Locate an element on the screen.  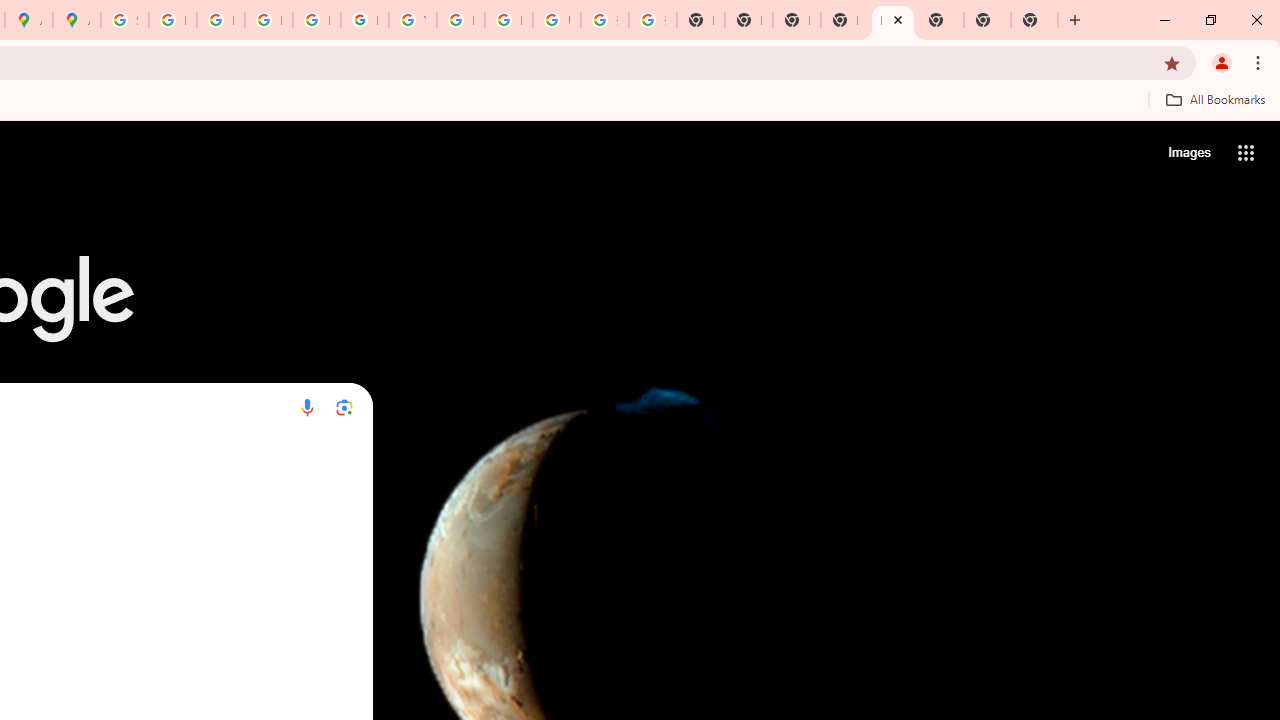
'Search by image' is located at coordinates (344, 406).